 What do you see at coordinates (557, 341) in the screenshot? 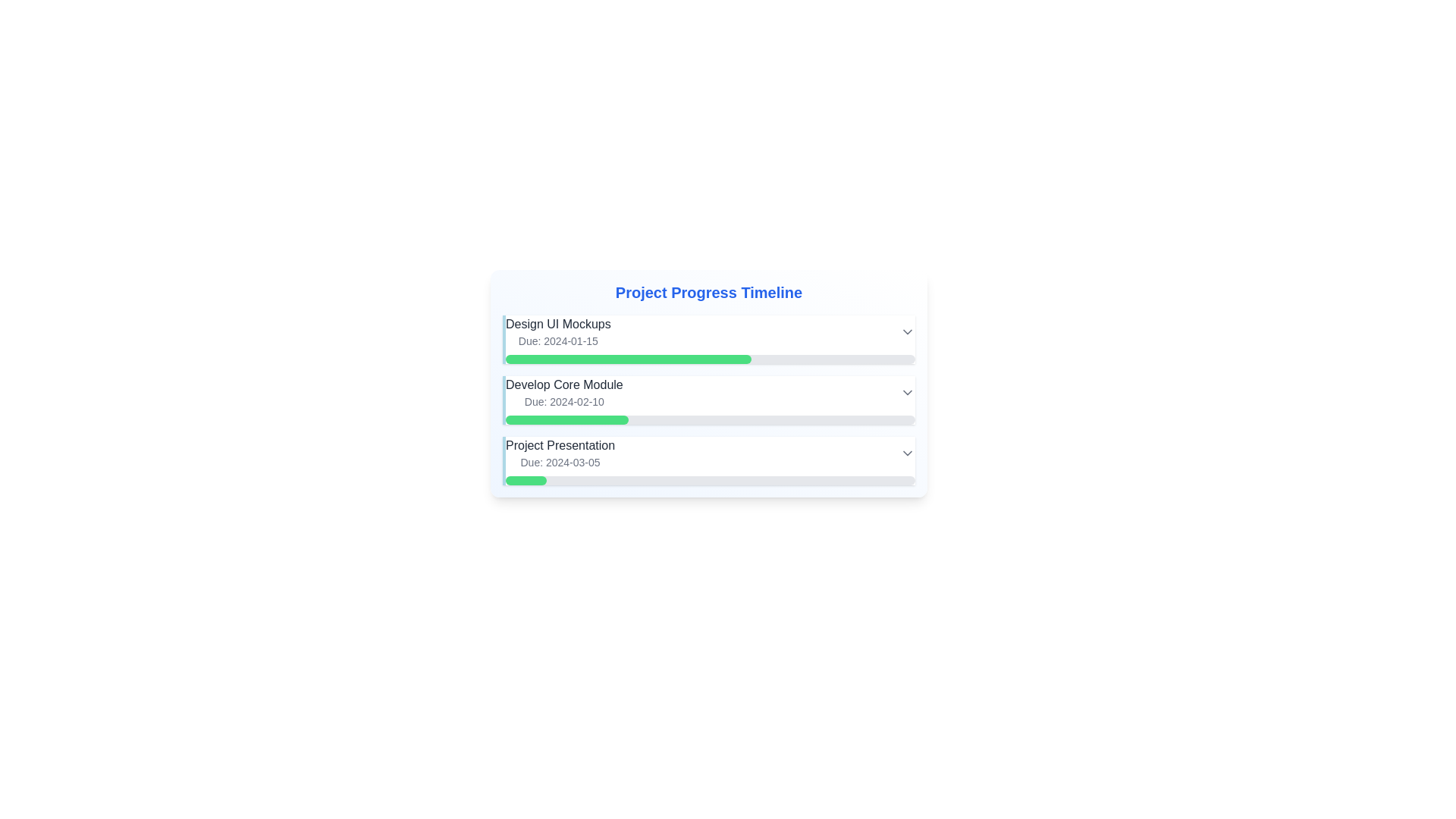
I see `the Text Display that shows the due date for the task 'Design UI Mockups', located directly below the title within the 'Project Progress Timeline'` at bounding box center [557, 341].